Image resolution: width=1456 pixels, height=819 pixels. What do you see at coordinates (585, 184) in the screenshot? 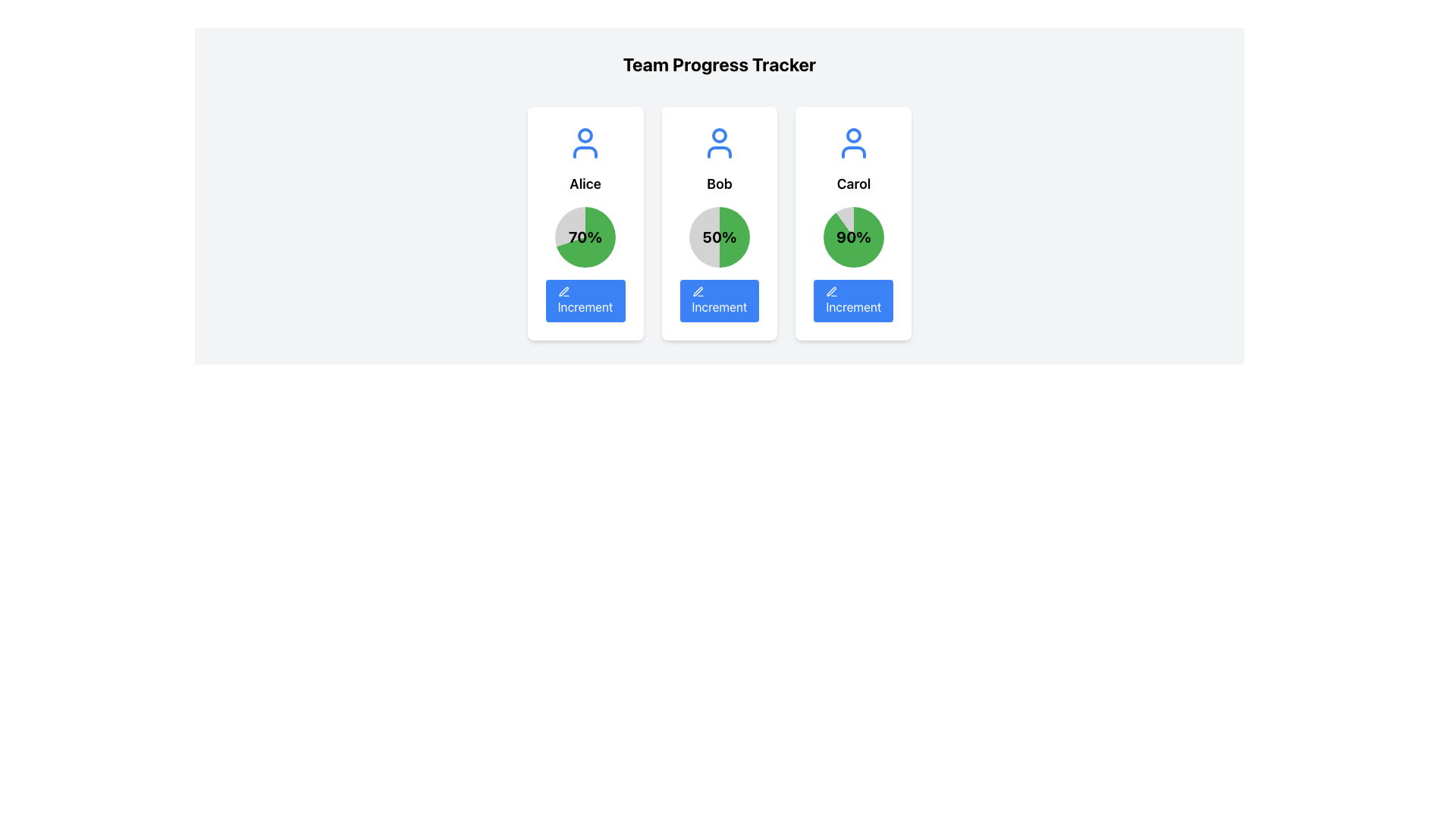
I see `the text label displaying 'Alice', which is centrally aligned within a card and located directly below a user icon and above a '70%' percentage indicator` at bounding box center [585, 184].